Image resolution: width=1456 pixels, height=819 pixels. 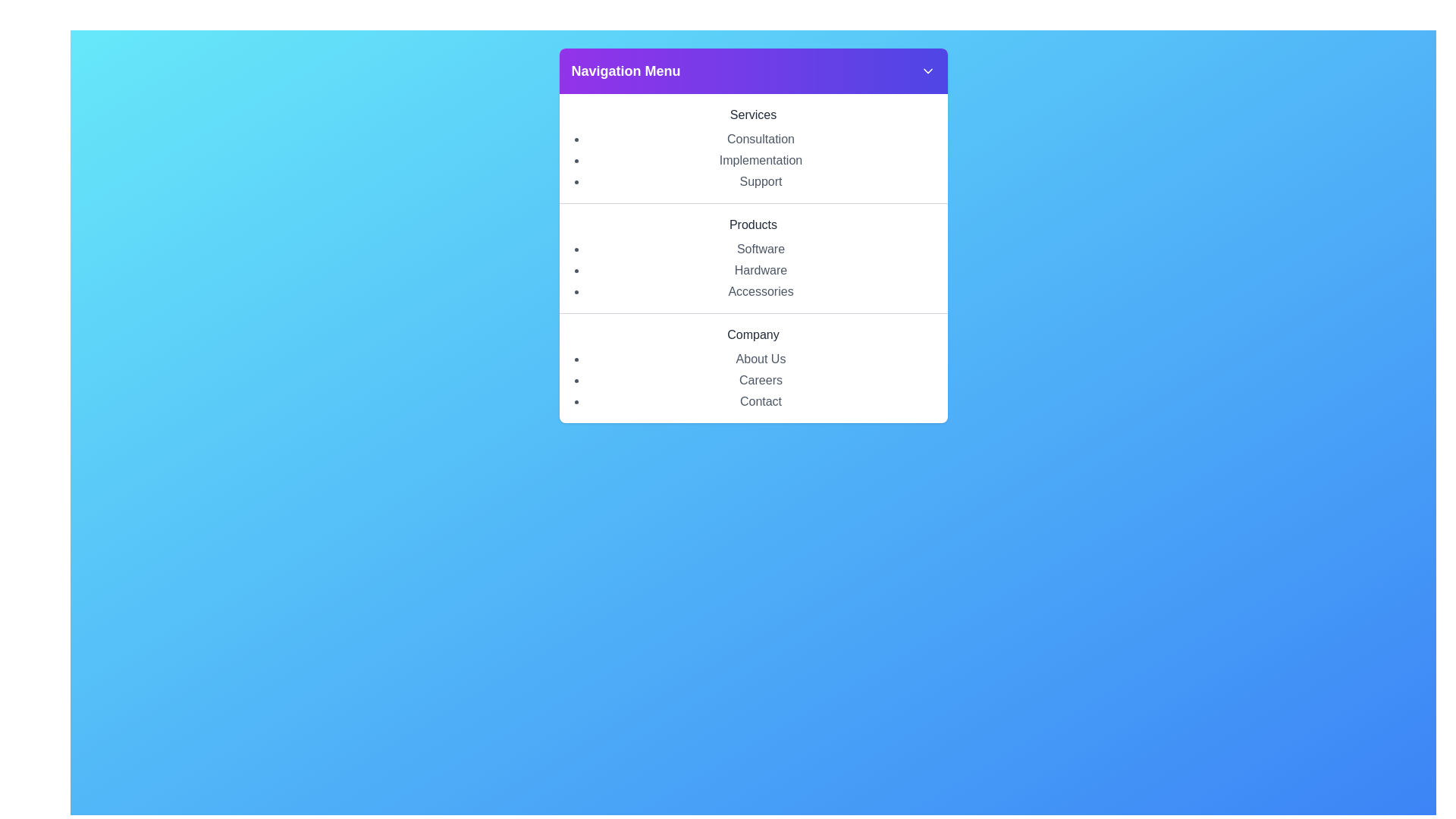 What do you see at coordinates (761, 292) in the screenshot?
I see `the menu option Accessories within the category Products` at bounding box center [761, 292].